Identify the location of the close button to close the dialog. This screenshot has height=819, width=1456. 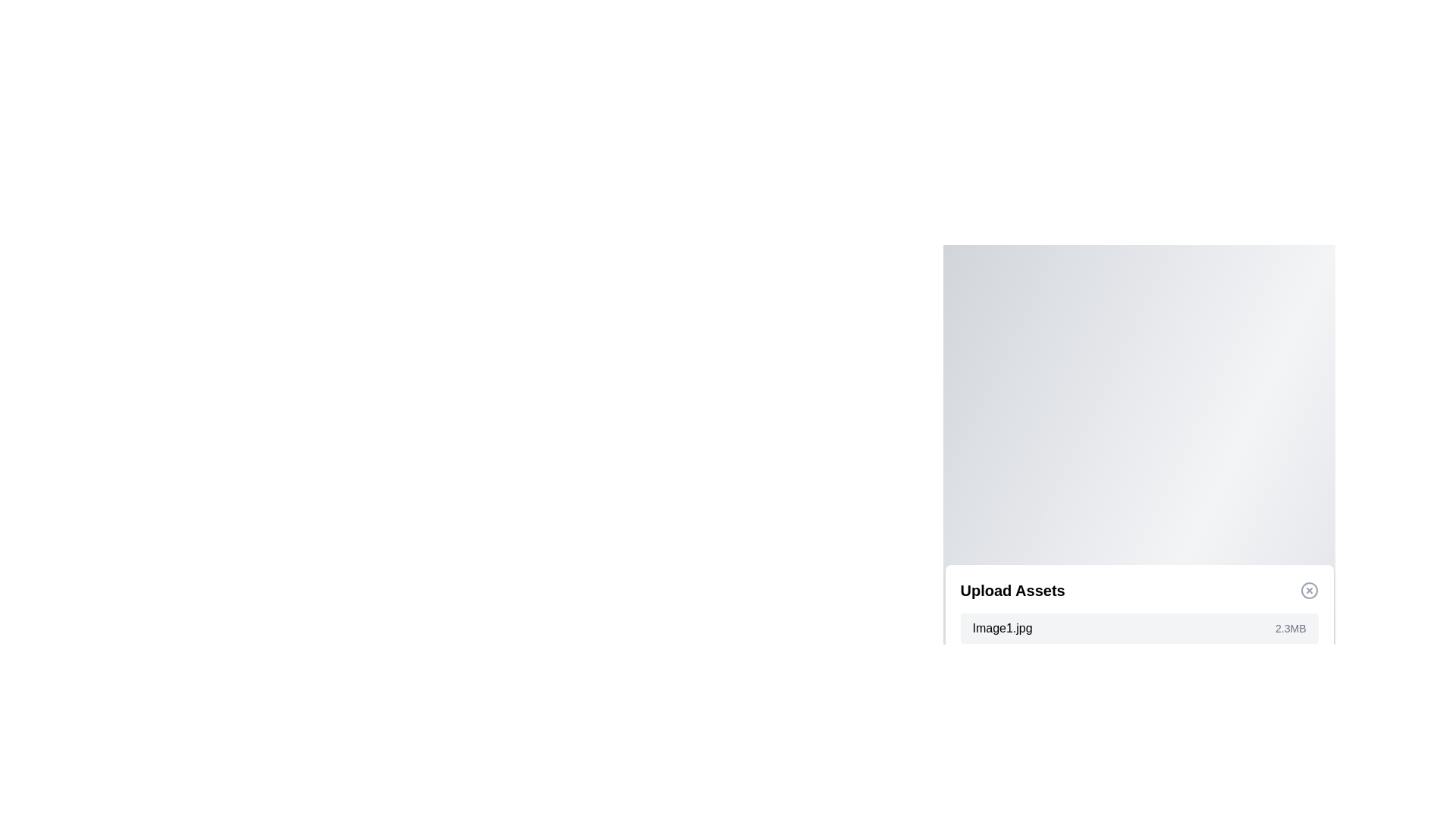
(1308, 590).